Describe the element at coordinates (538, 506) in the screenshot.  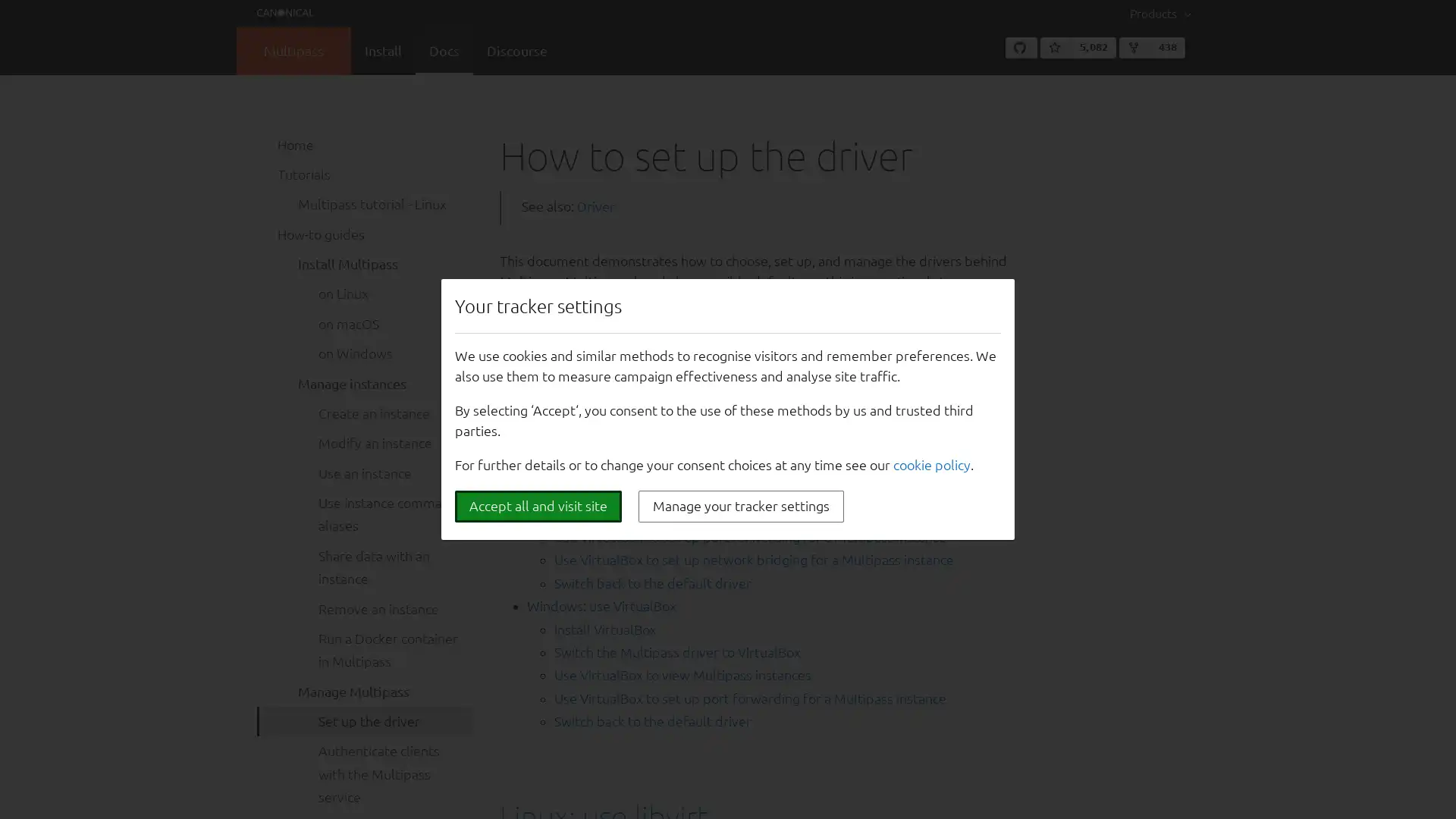
I see `Accept all and visit site` at that location.